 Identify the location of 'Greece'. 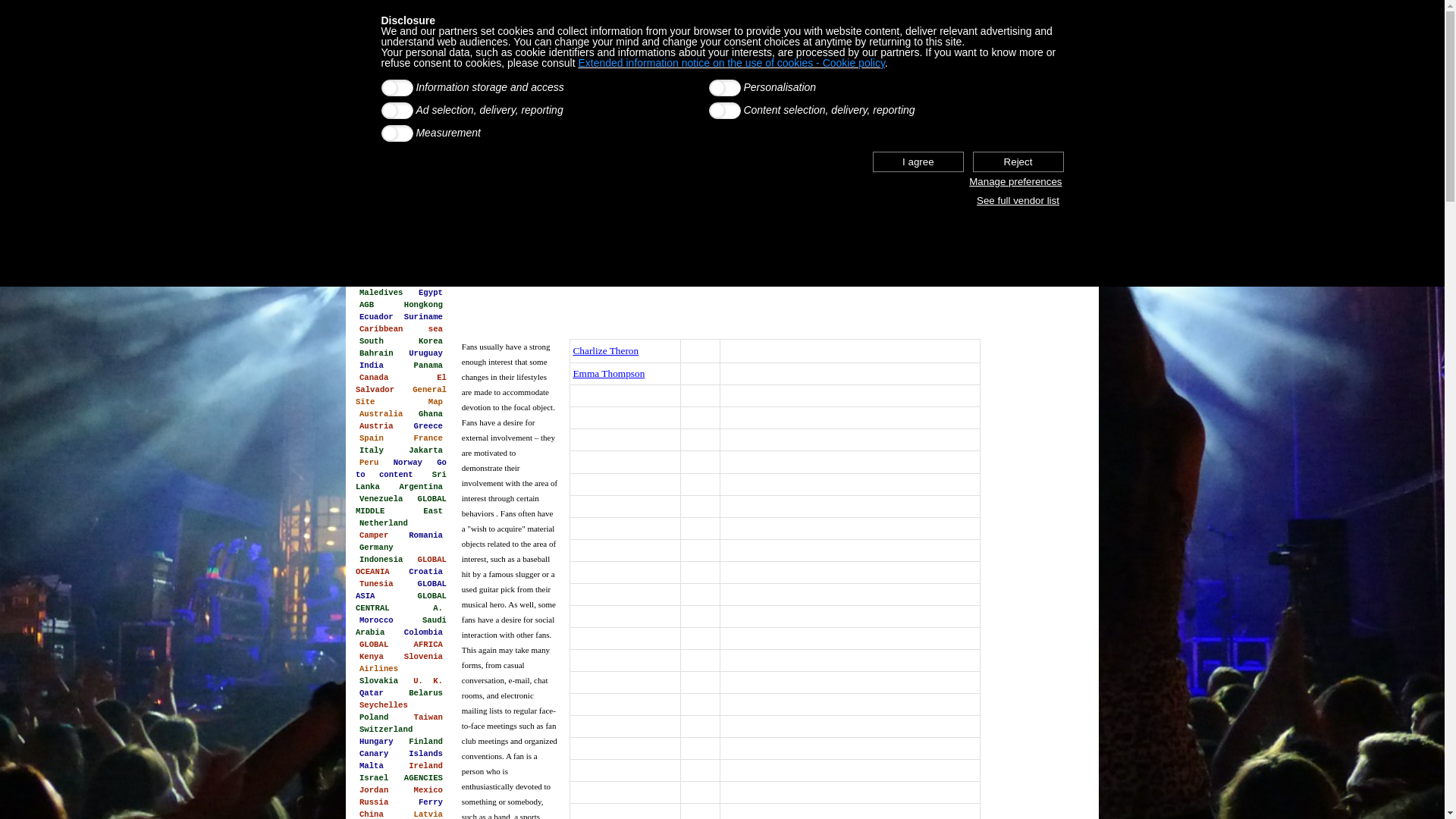
(428, 426).